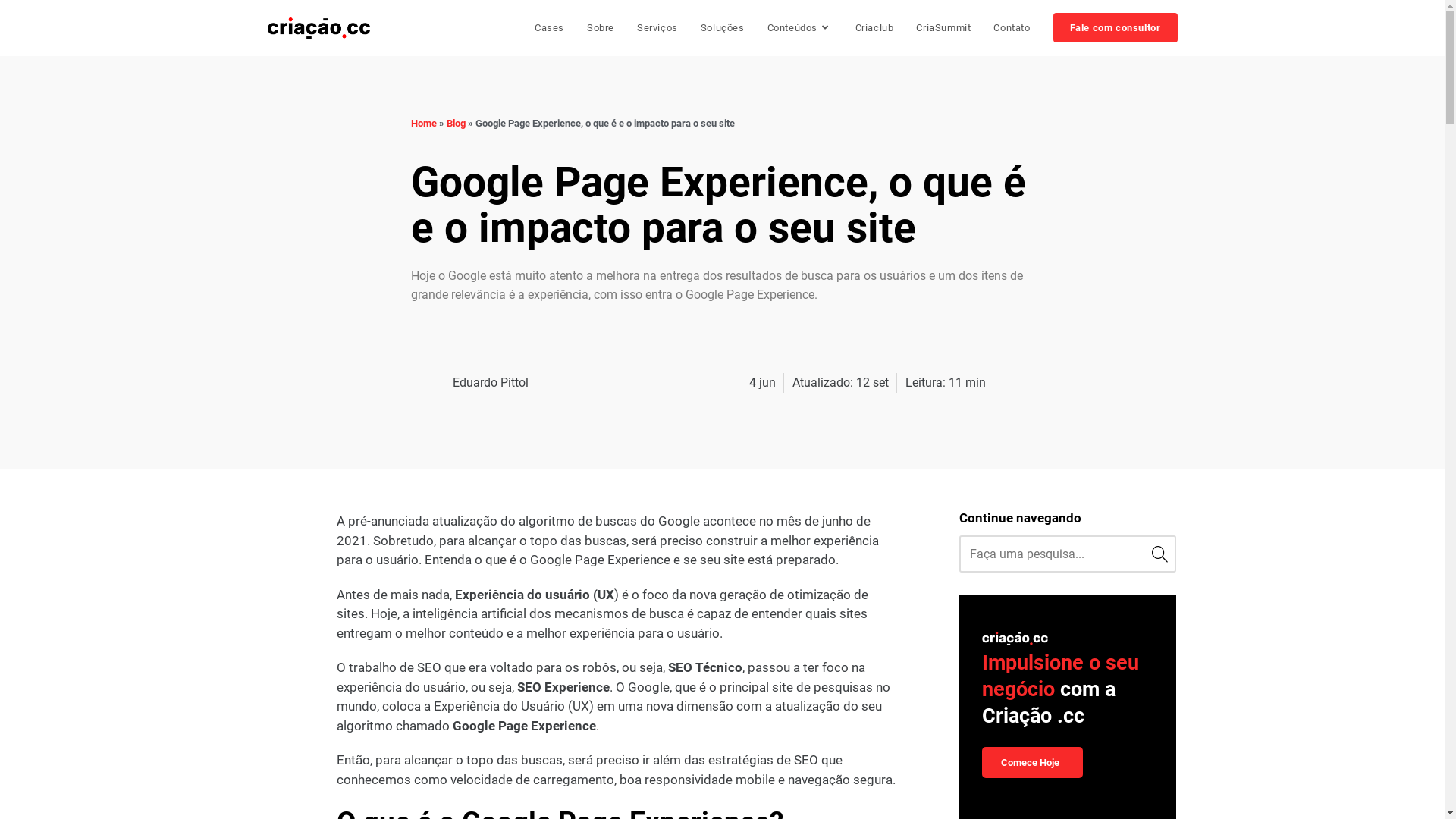  I want to click on 'Fale com consultor', so click(1115, 28).